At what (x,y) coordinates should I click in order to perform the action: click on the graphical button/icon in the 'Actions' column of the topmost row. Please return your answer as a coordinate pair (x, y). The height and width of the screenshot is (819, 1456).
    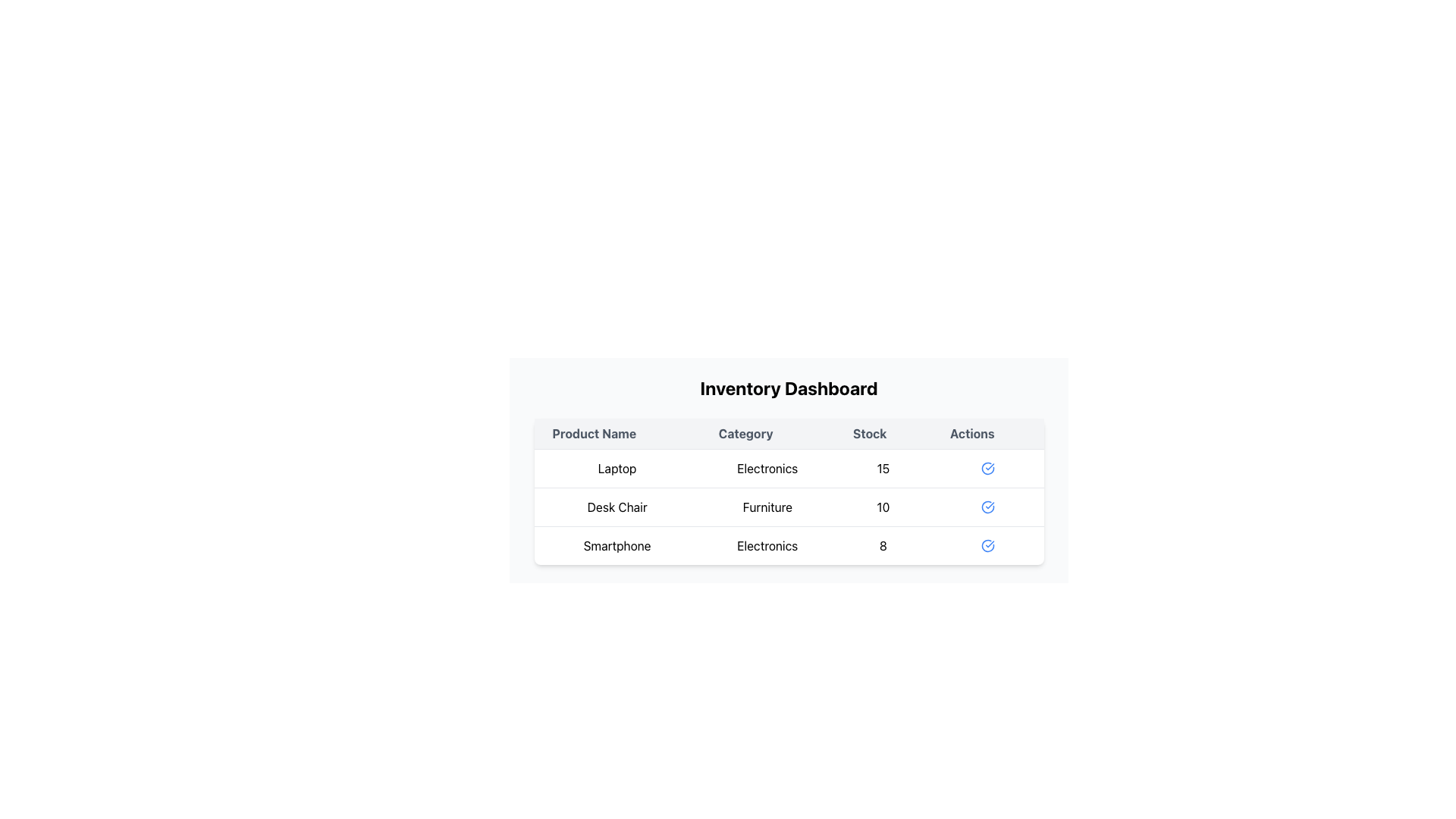
    Looking at the image, I should click on (987, 467).